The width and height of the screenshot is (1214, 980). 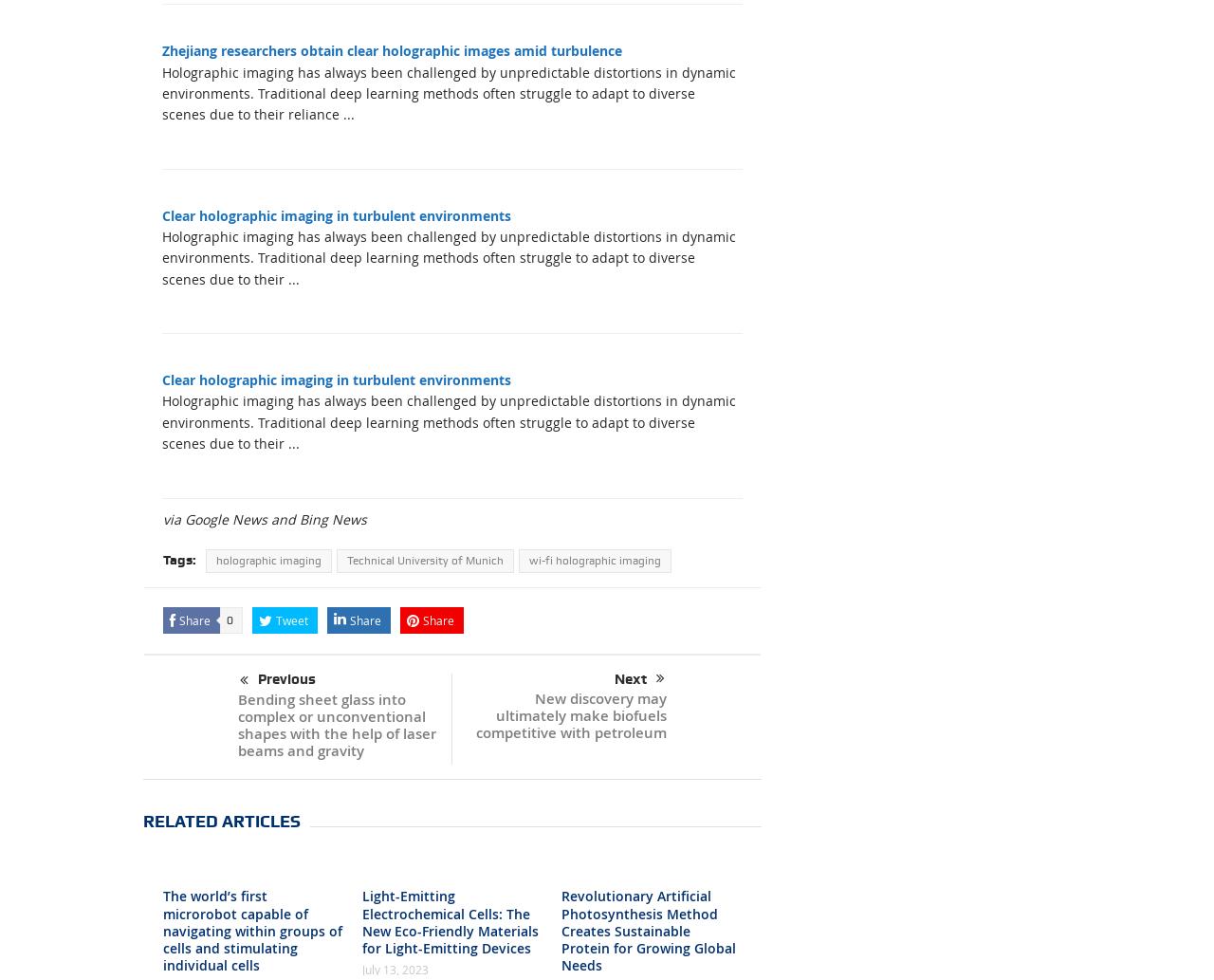 I want to click on 'Snapchat', so click(x=643, y=563).